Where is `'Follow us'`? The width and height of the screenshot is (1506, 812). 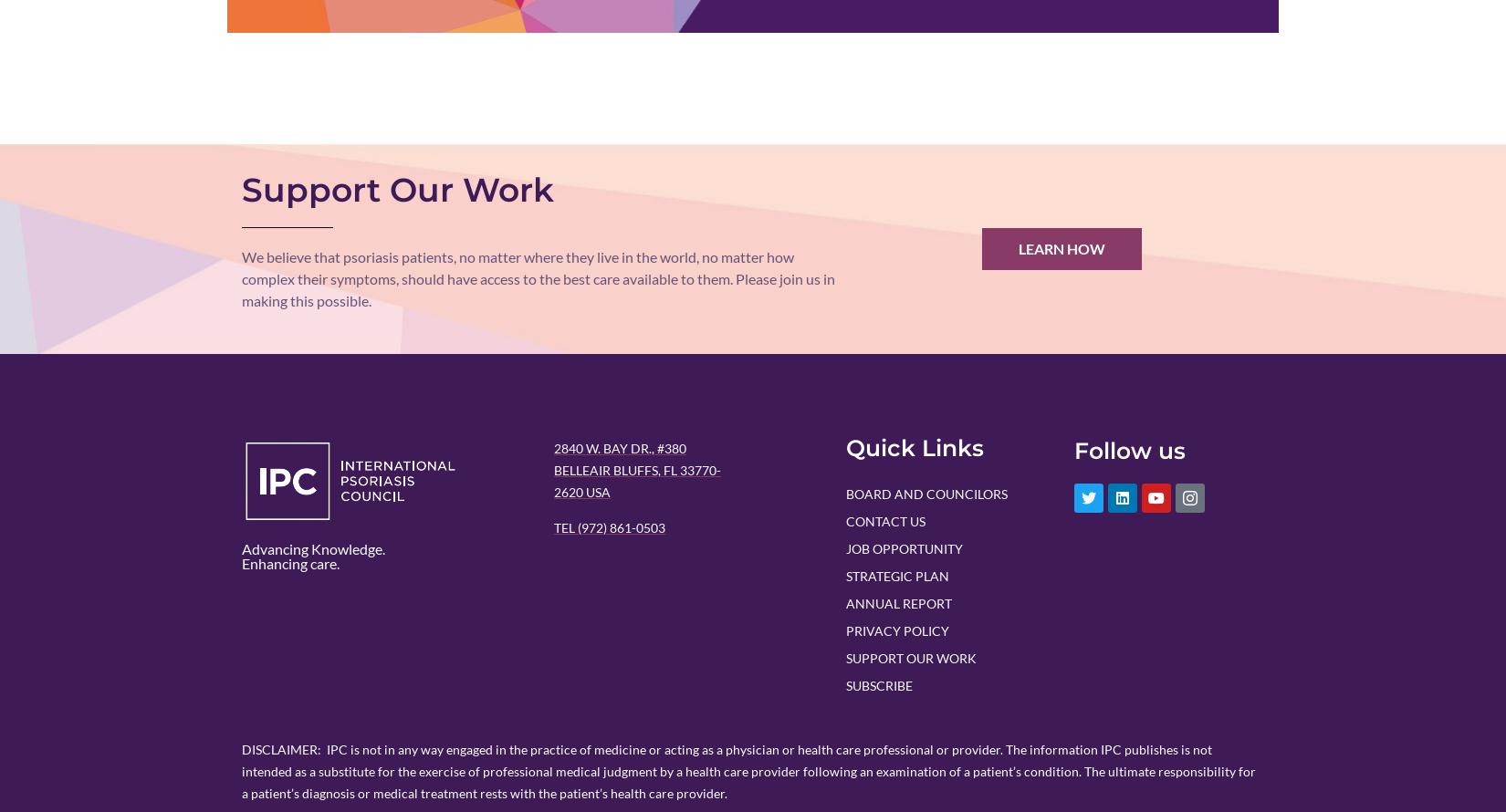 'Follow us' is located at coordinates (1129, 451).